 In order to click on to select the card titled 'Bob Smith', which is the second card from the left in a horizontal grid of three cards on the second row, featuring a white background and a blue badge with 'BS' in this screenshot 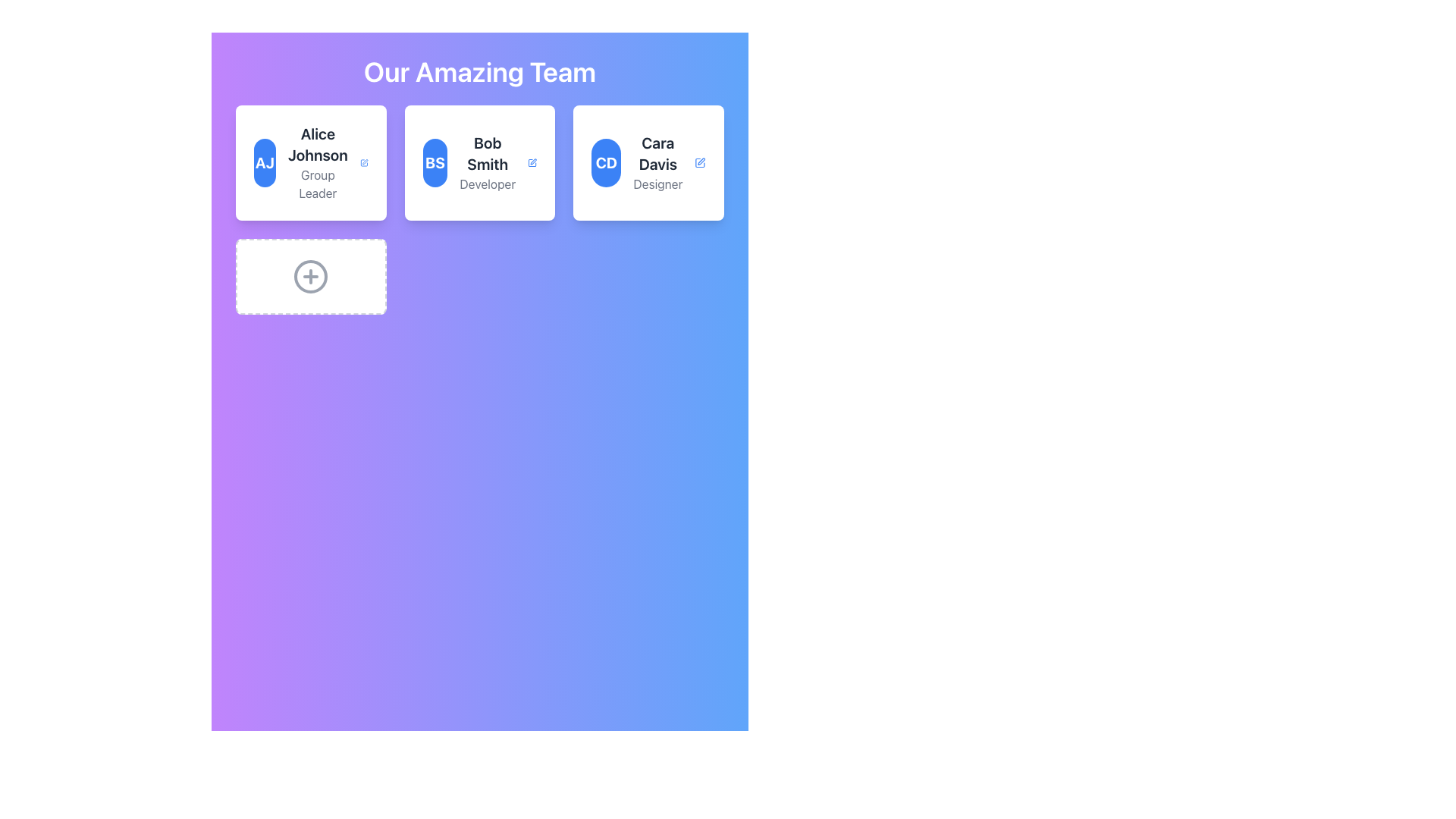, I will do `click(479, 163)`.